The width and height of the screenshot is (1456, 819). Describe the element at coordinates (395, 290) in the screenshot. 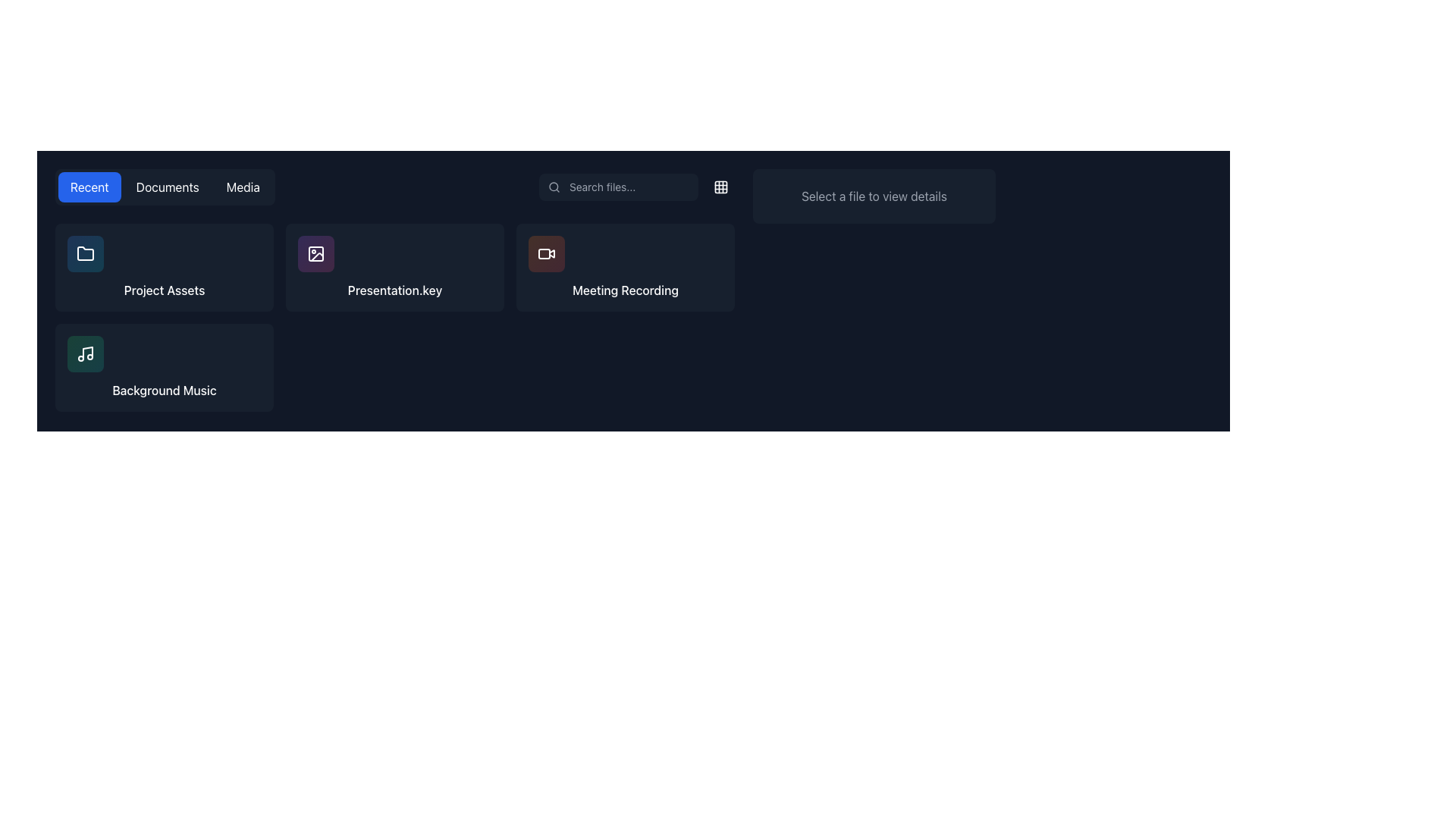

I see `the Content Grid Layout, which is a vertically rectangular section containing a grid layout of clickable items` at that location.